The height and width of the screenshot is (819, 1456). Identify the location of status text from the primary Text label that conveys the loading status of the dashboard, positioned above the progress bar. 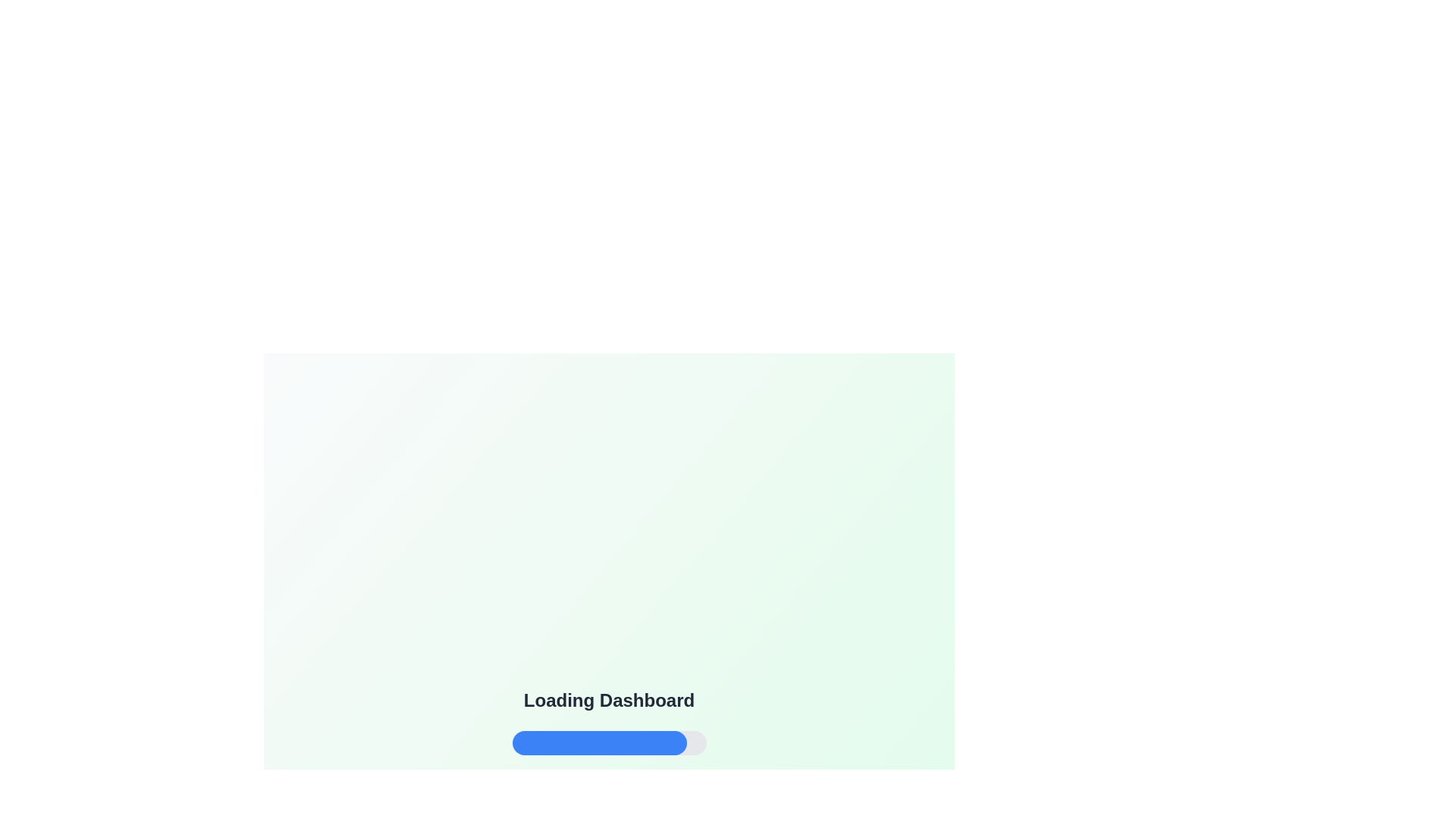
(609, 701).